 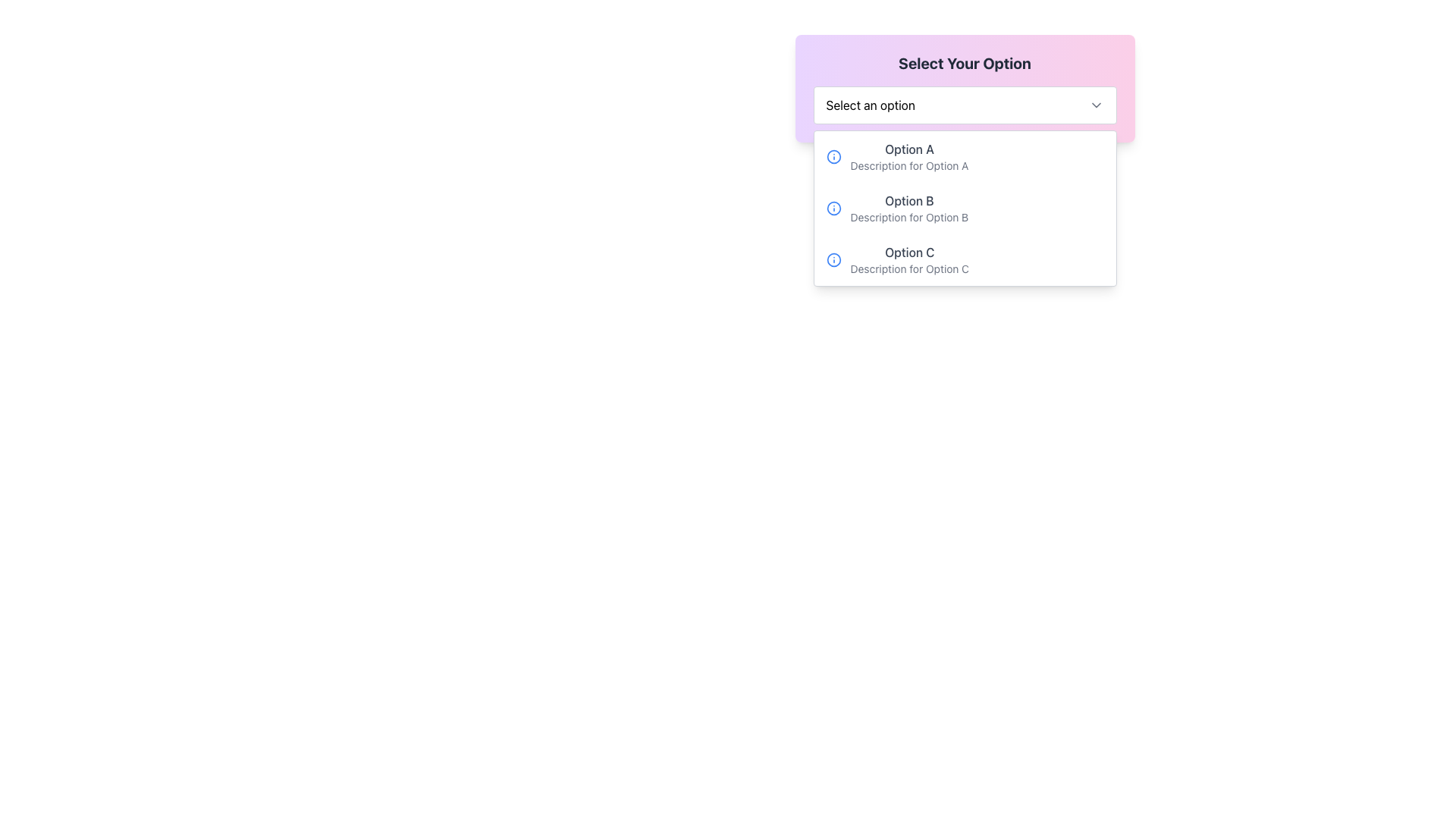 I want to click on the list item labeled 'Option C' with the description 'Description for Option C', which is the third option in a vertical dropdown menu, so click(x=909, y=259).